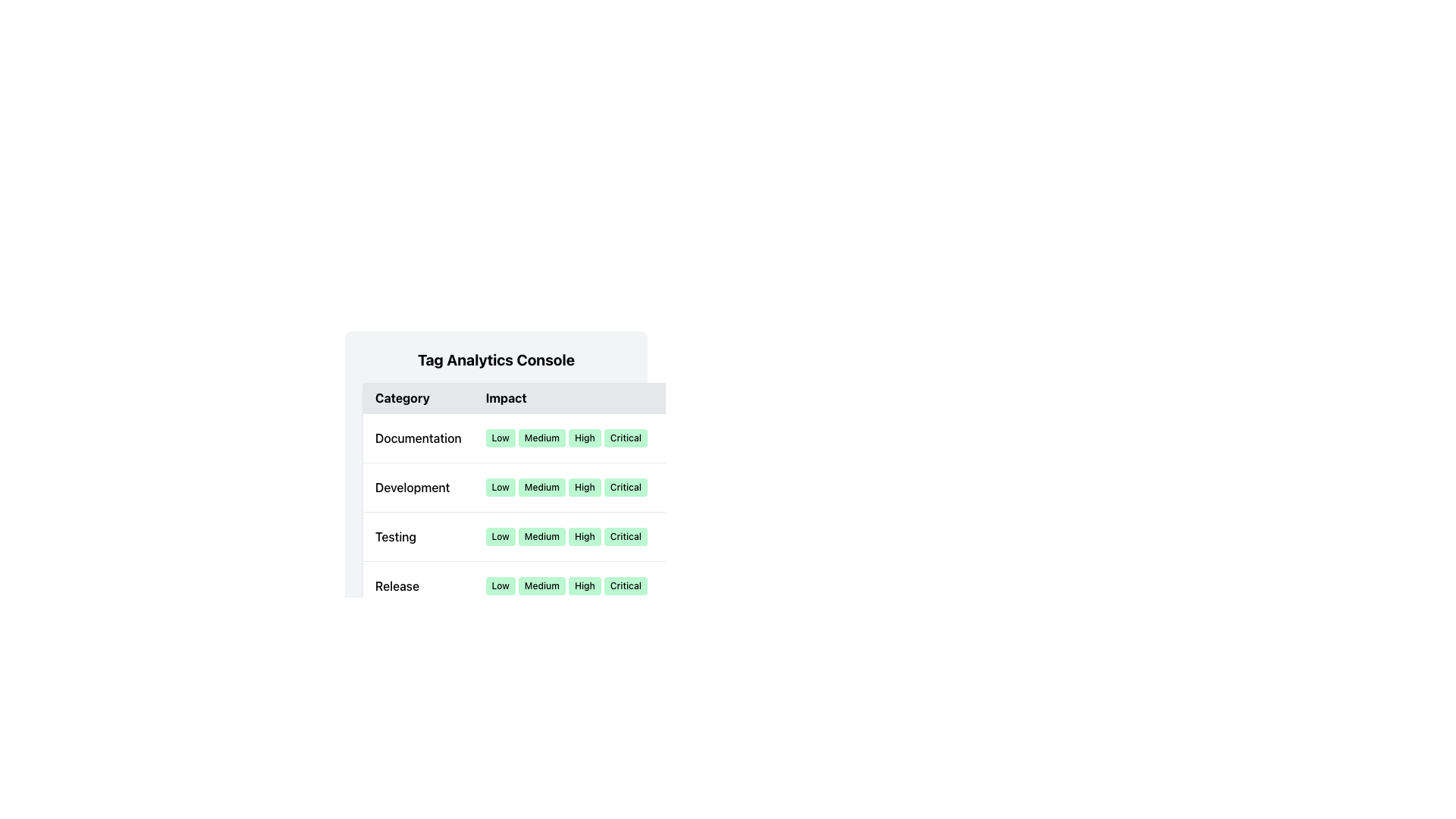  I want to click on the 'Medium' status indicator in the Release category, which visually represents the categorical level among other options like 'Low', 'High', and 'Critical', so click(545, 585).